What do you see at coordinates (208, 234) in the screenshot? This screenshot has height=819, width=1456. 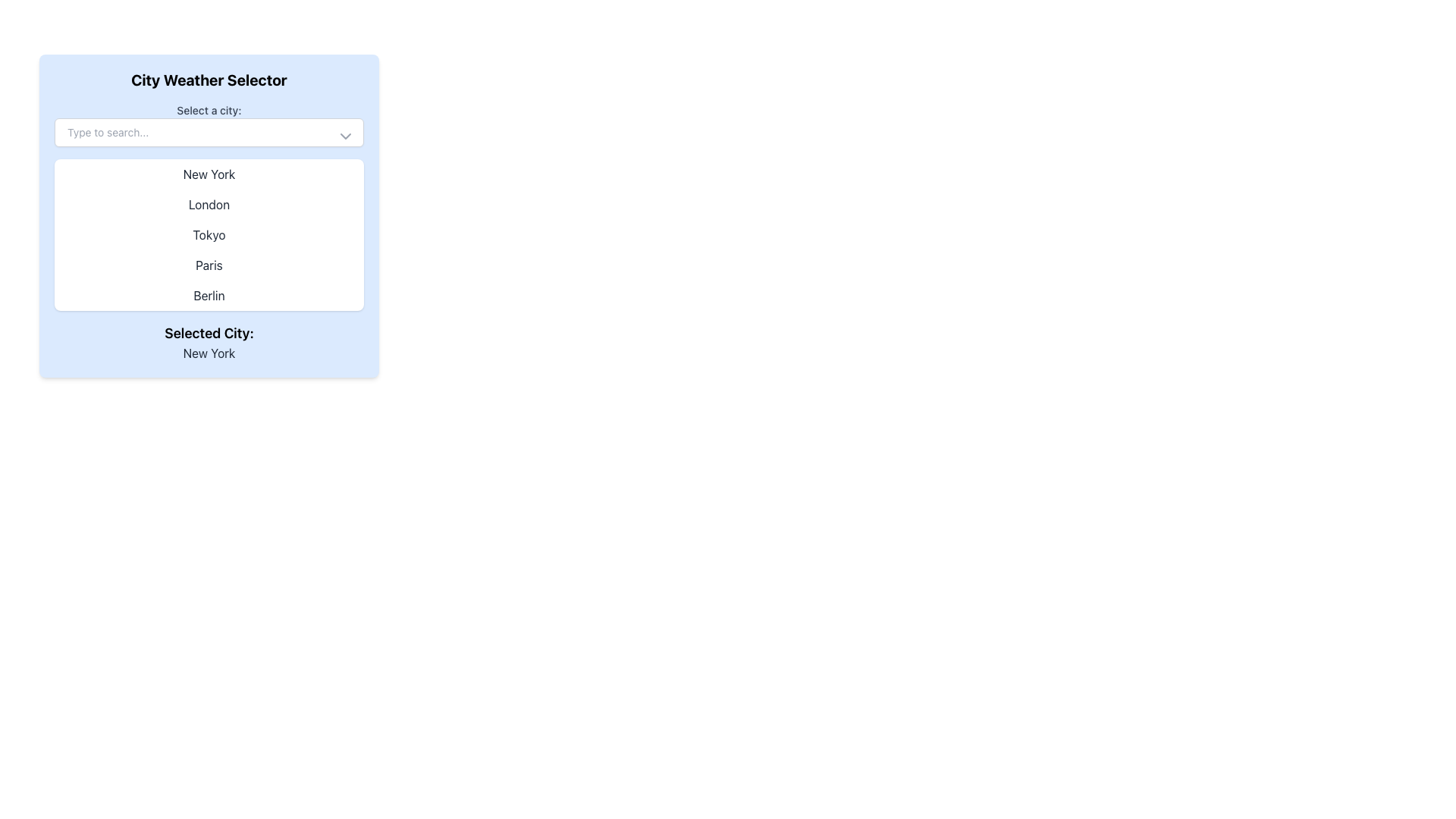 I see `the city name in the Dropdown Menu with clickable items` at bounding box center [208, 234].